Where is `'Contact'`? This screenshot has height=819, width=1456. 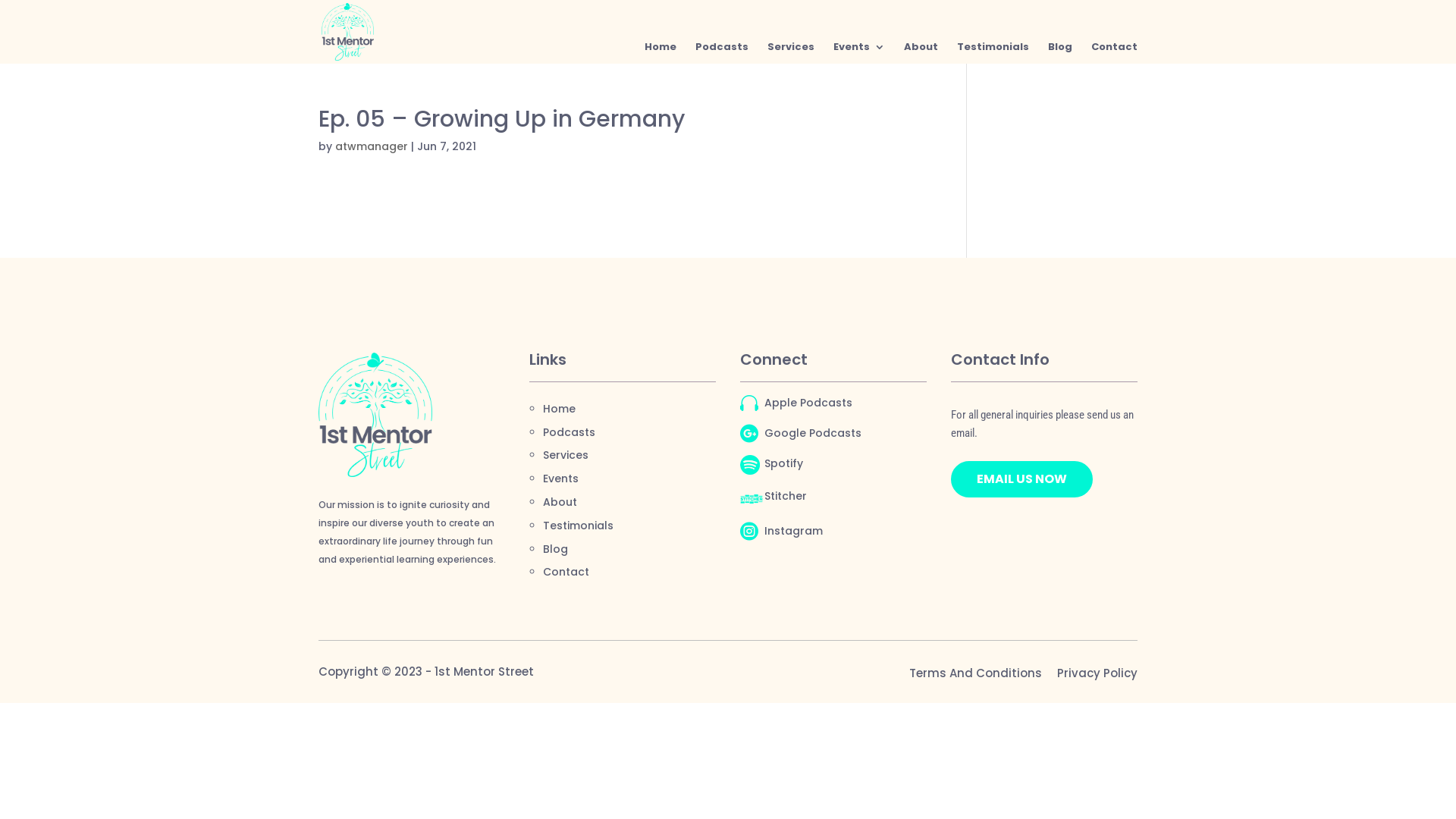
'Contact' is located at coordinates (565, 571).